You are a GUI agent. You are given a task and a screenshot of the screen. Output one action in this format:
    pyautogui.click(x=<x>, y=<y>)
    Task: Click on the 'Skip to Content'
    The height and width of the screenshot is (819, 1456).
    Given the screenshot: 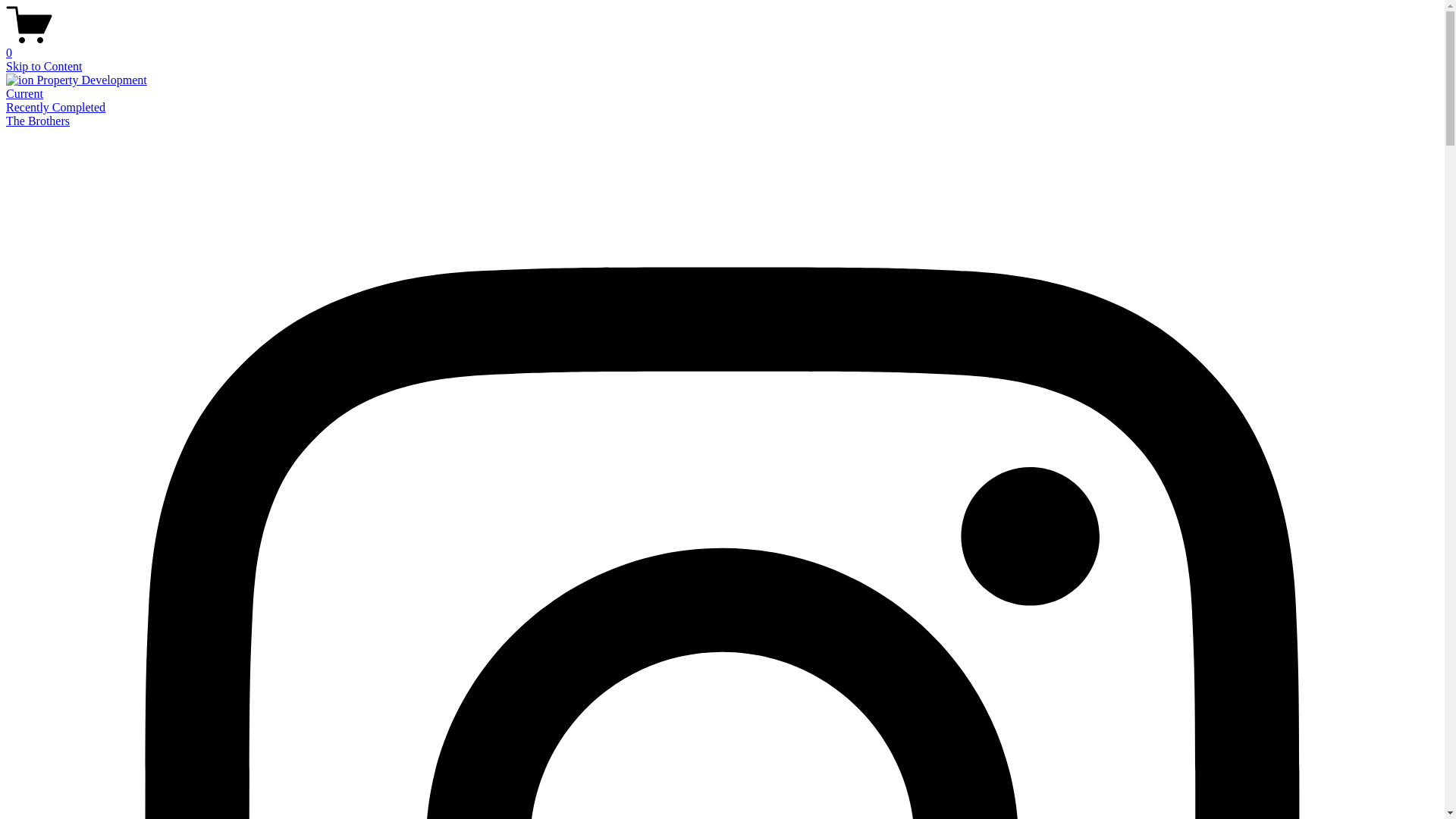 What is the action you would take?
    pyautogui.click(x=43, y=65)
    